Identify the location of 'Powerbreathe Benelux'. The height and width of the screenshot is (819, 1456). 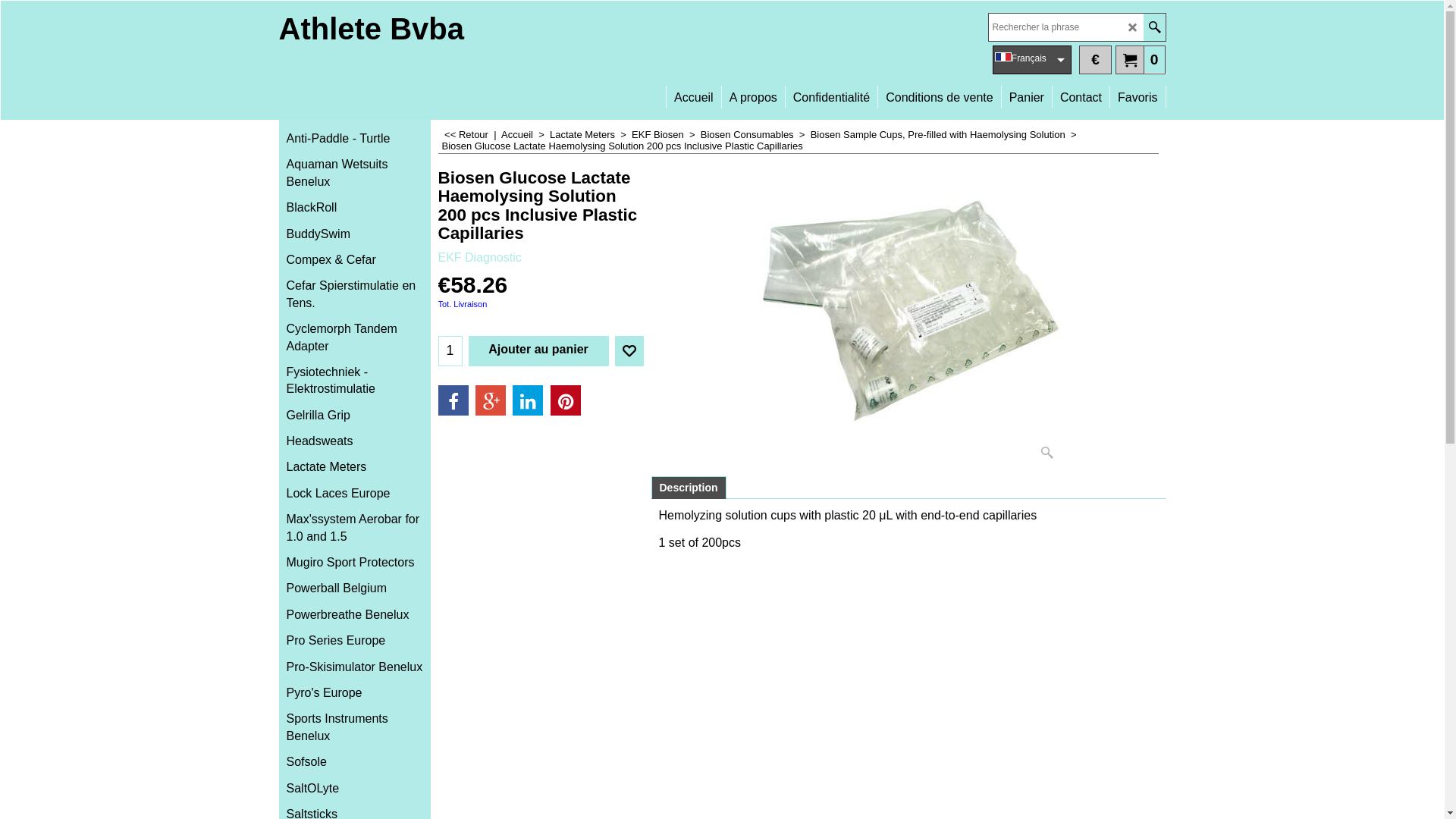
(354, 614).